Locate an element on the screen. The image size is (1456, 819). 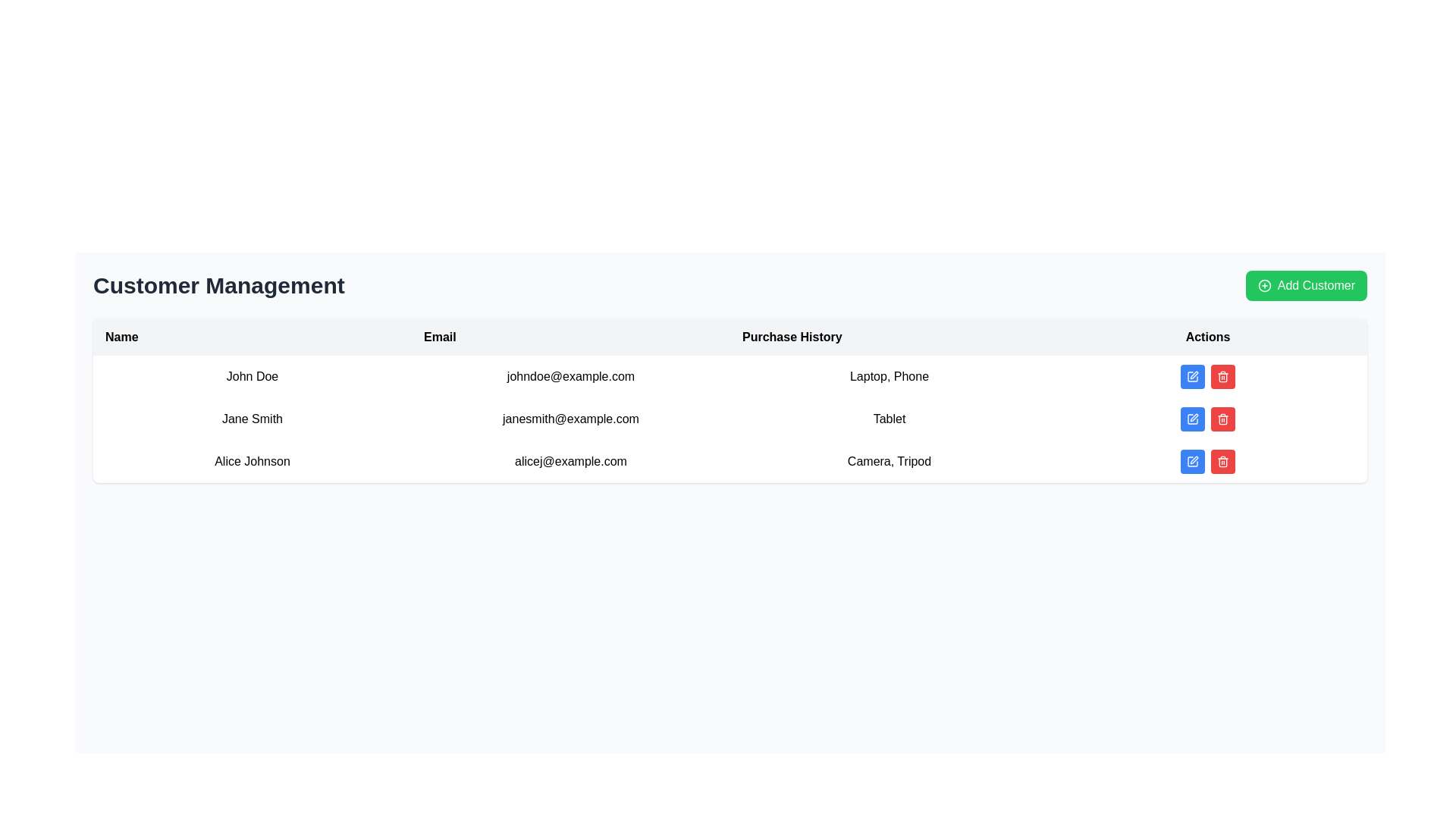
the red delete button in the actions column of the table for 'Jane Smith' is located at coordinates (1207, 419).